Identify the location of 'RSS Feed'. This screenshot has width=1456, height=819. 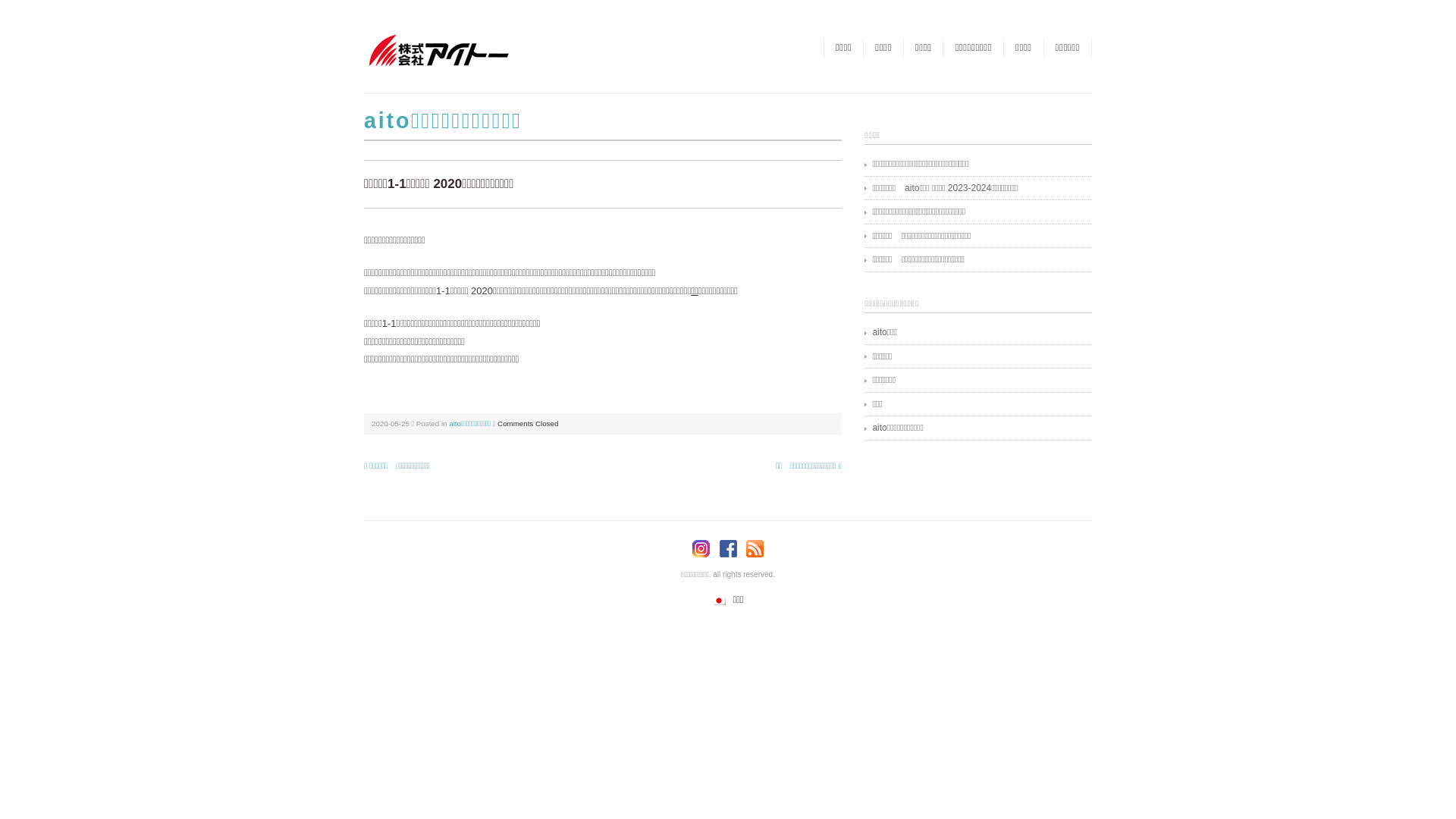
(755, 548).